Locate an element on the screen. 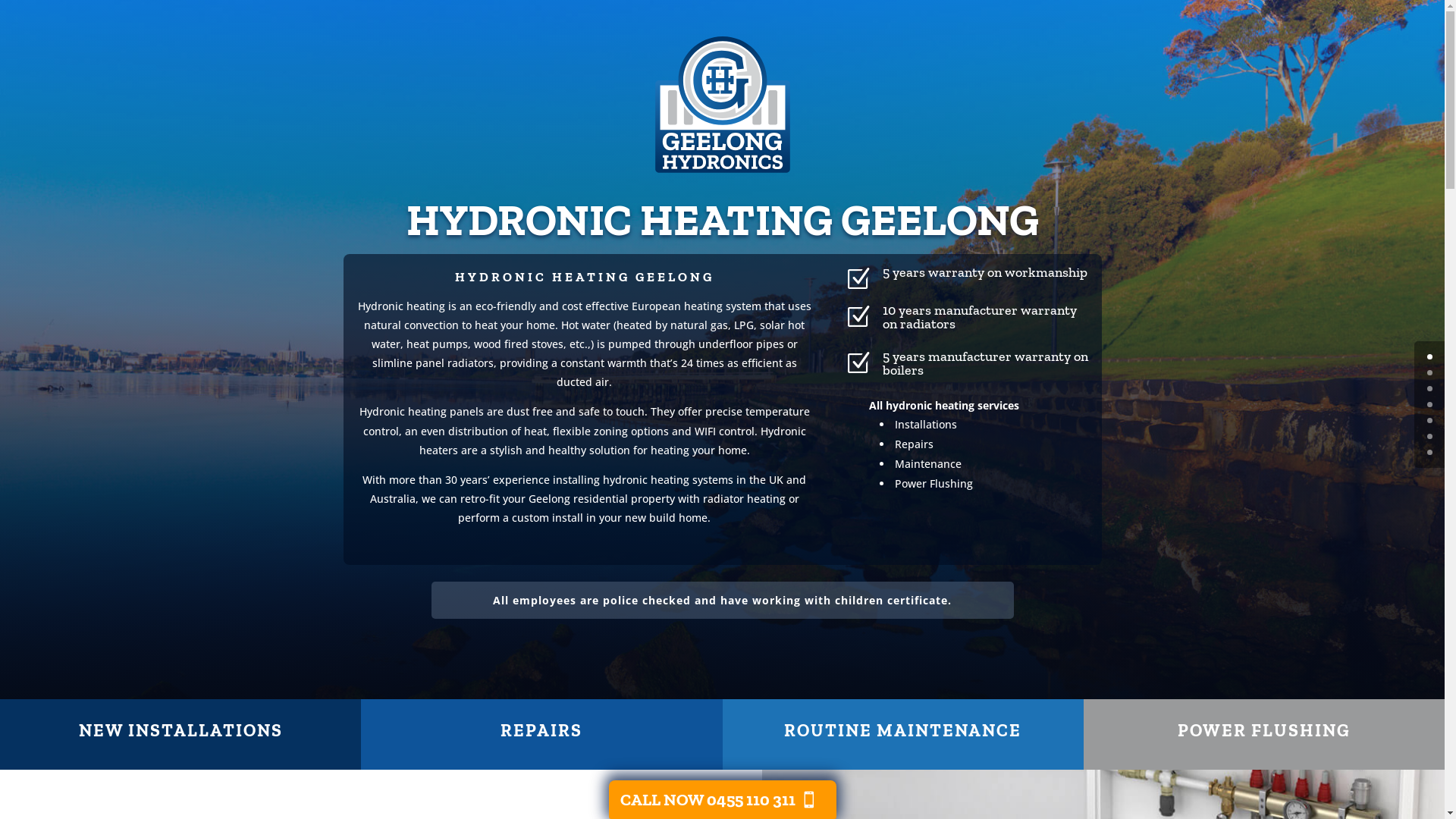 The height and width of the screenshot is (819, 1456). '6' is located at coordinates (1426, 451).